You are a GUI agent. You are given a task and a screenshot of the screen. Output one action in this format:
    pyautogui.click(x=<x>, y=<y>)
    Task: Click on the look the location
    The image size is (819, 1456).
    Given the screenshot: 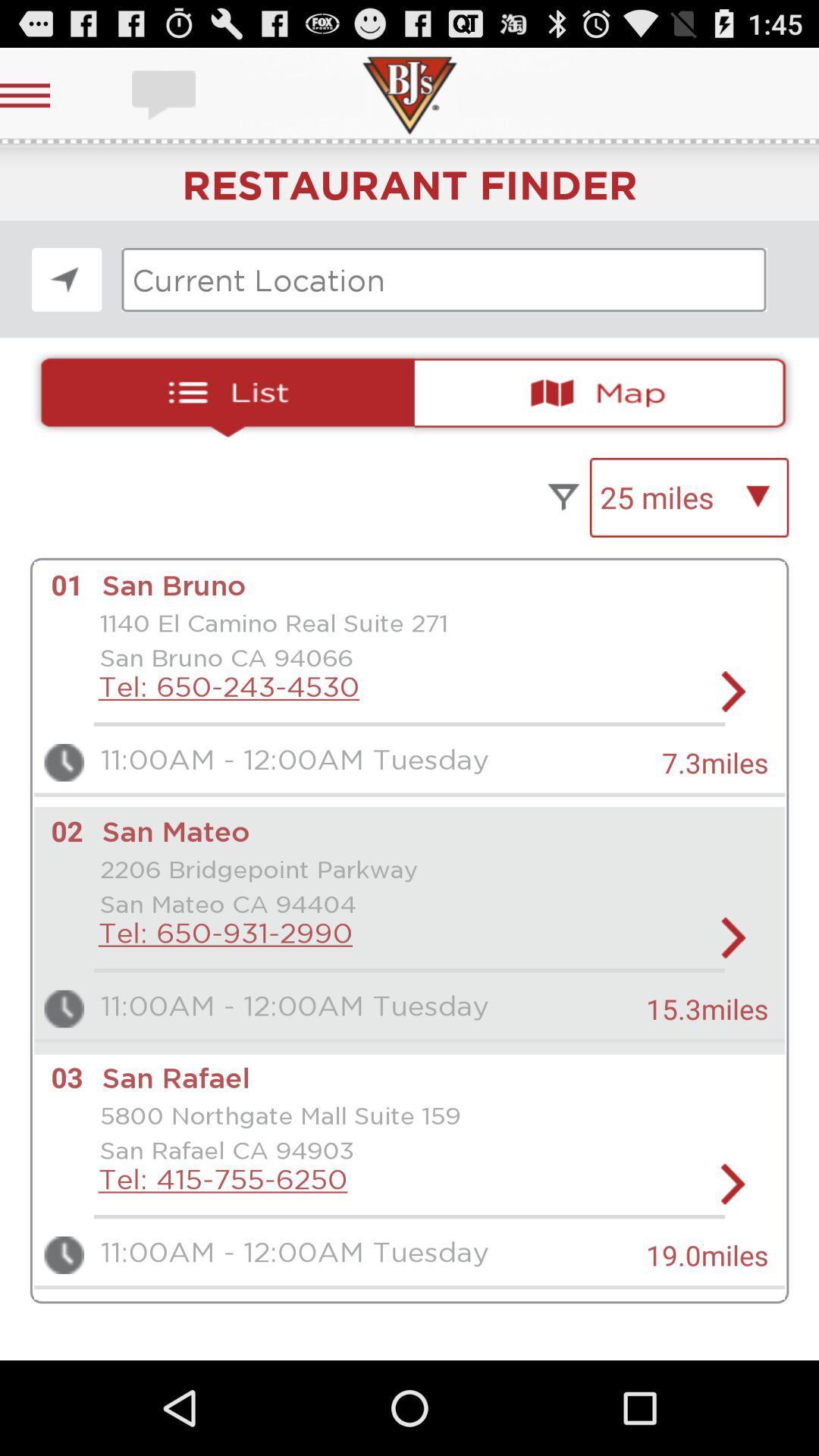 What is the action you would take?
    pyautogui.click(x=66, y=280)
    